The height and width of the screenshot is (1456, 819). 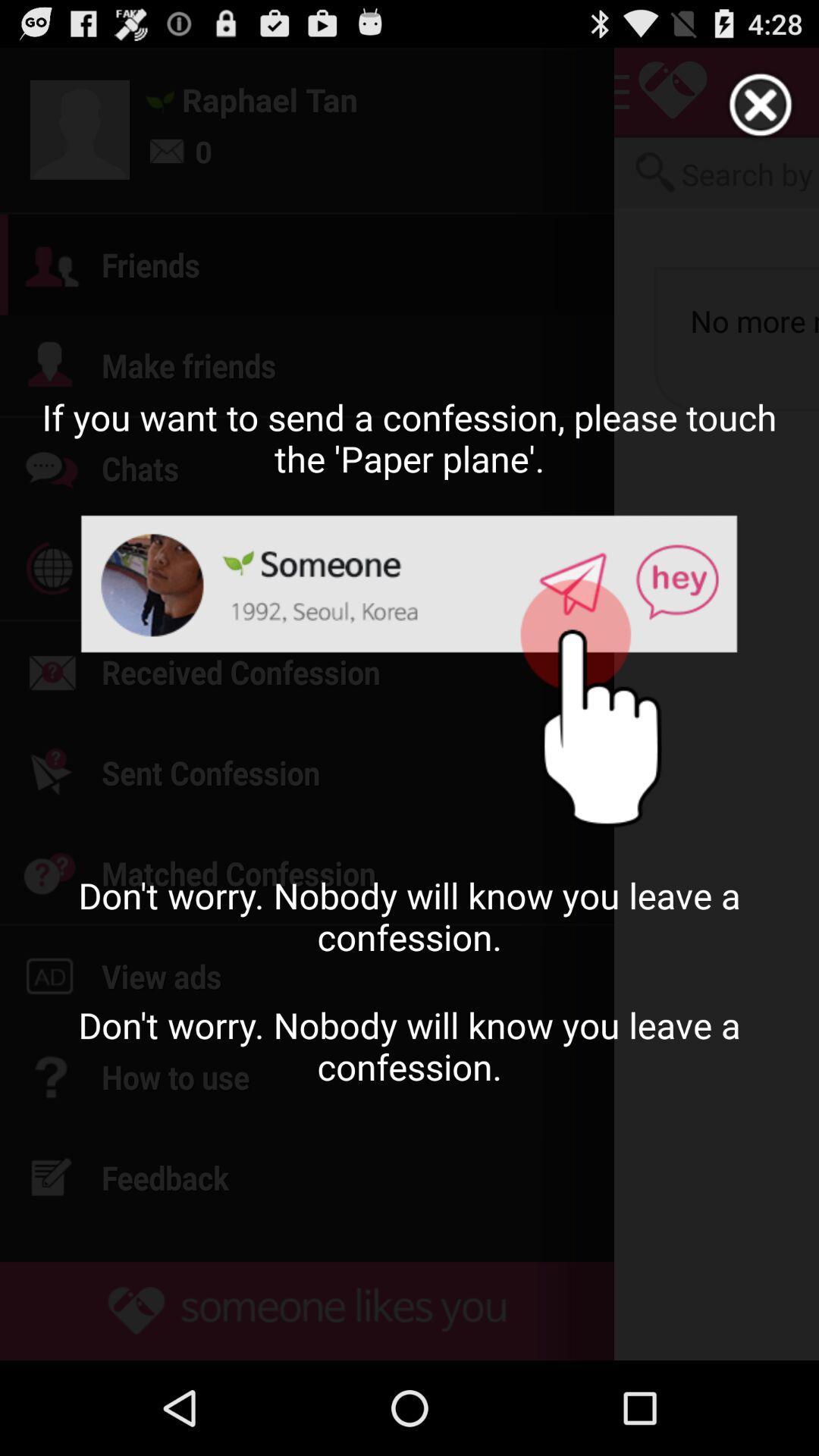 What do you see at coordinates (761, 105) in the screenshot?
I see `additional notes` at bounding box center [761, 105].